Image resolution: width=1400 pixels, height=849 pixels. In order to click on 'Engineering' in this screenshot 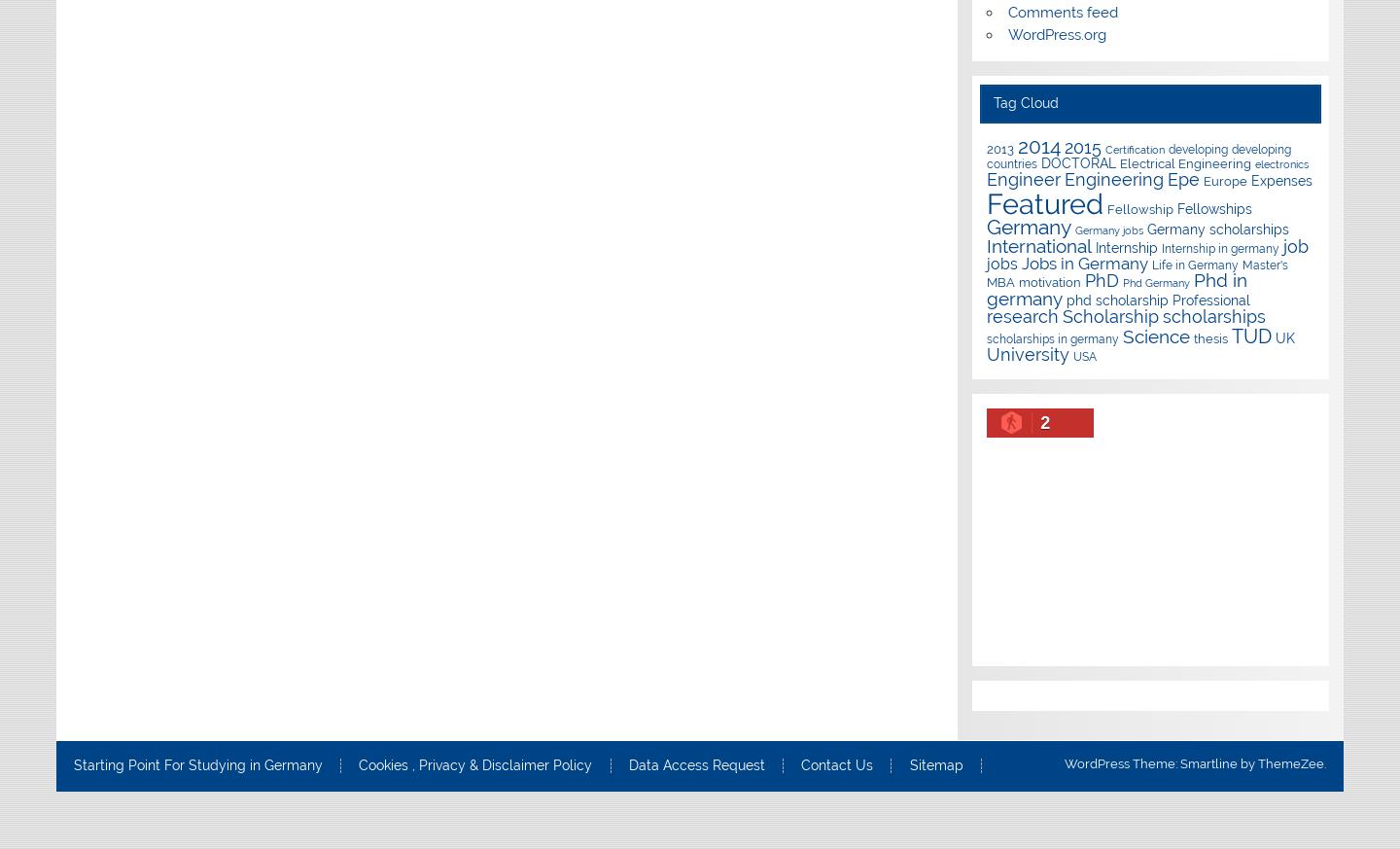, I will do `click(1113, 178)`.